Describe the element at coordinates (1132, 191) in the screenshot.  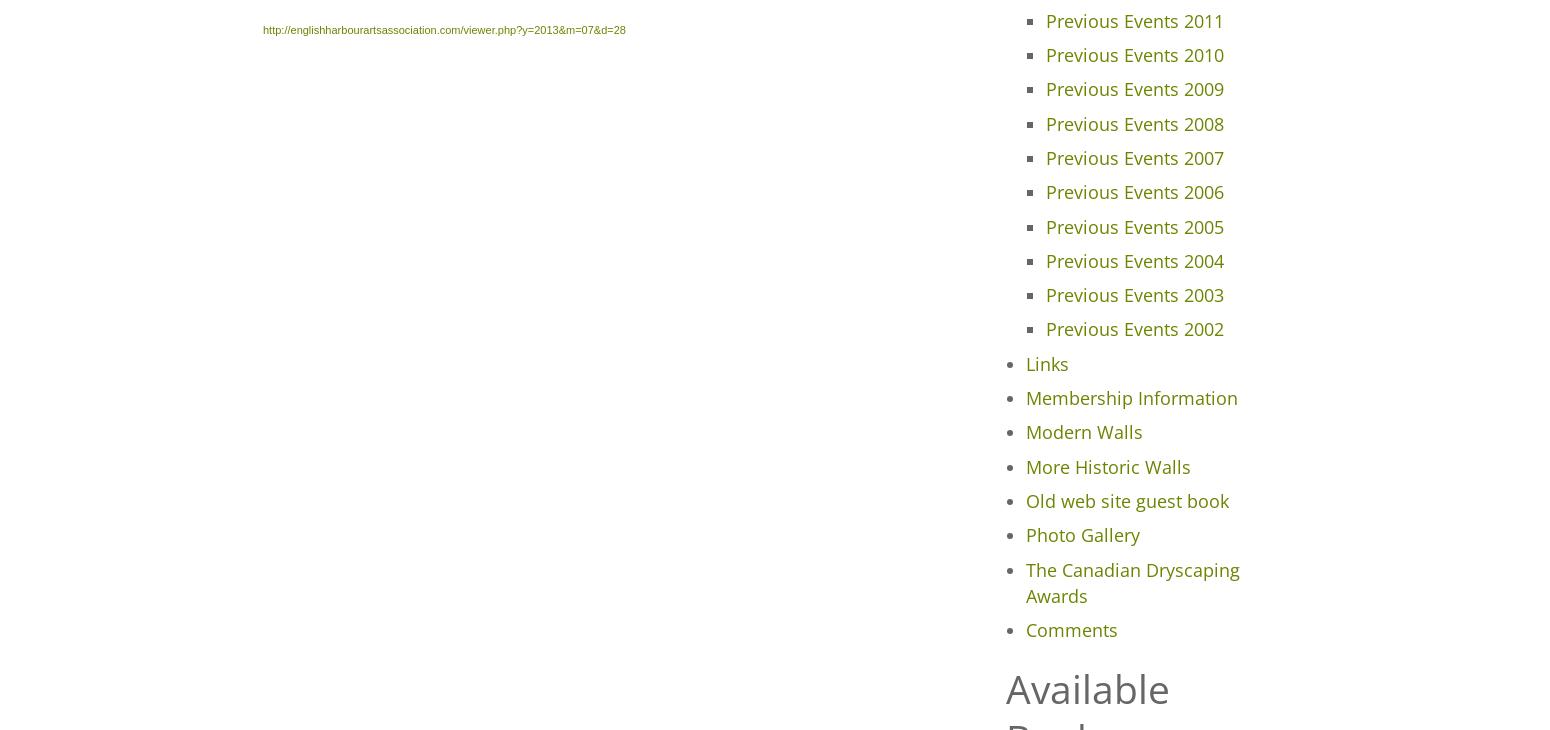
I see `'Previous Events 2006'` at that location.